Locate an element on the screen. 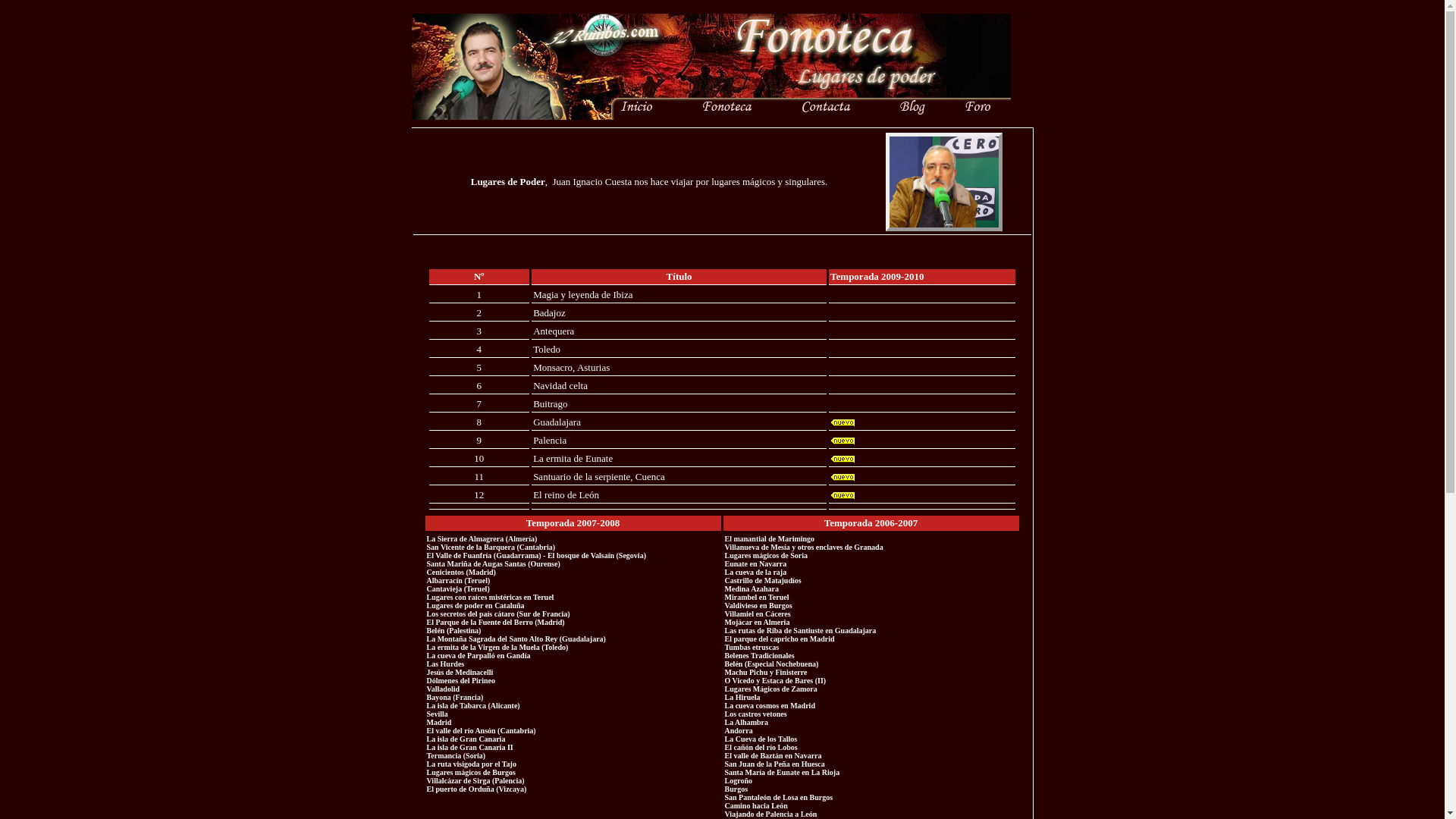 Image resolution: width=1456 pixels, height=819 pixels. 'La Alhambra' is located at coordinates (746, 721).